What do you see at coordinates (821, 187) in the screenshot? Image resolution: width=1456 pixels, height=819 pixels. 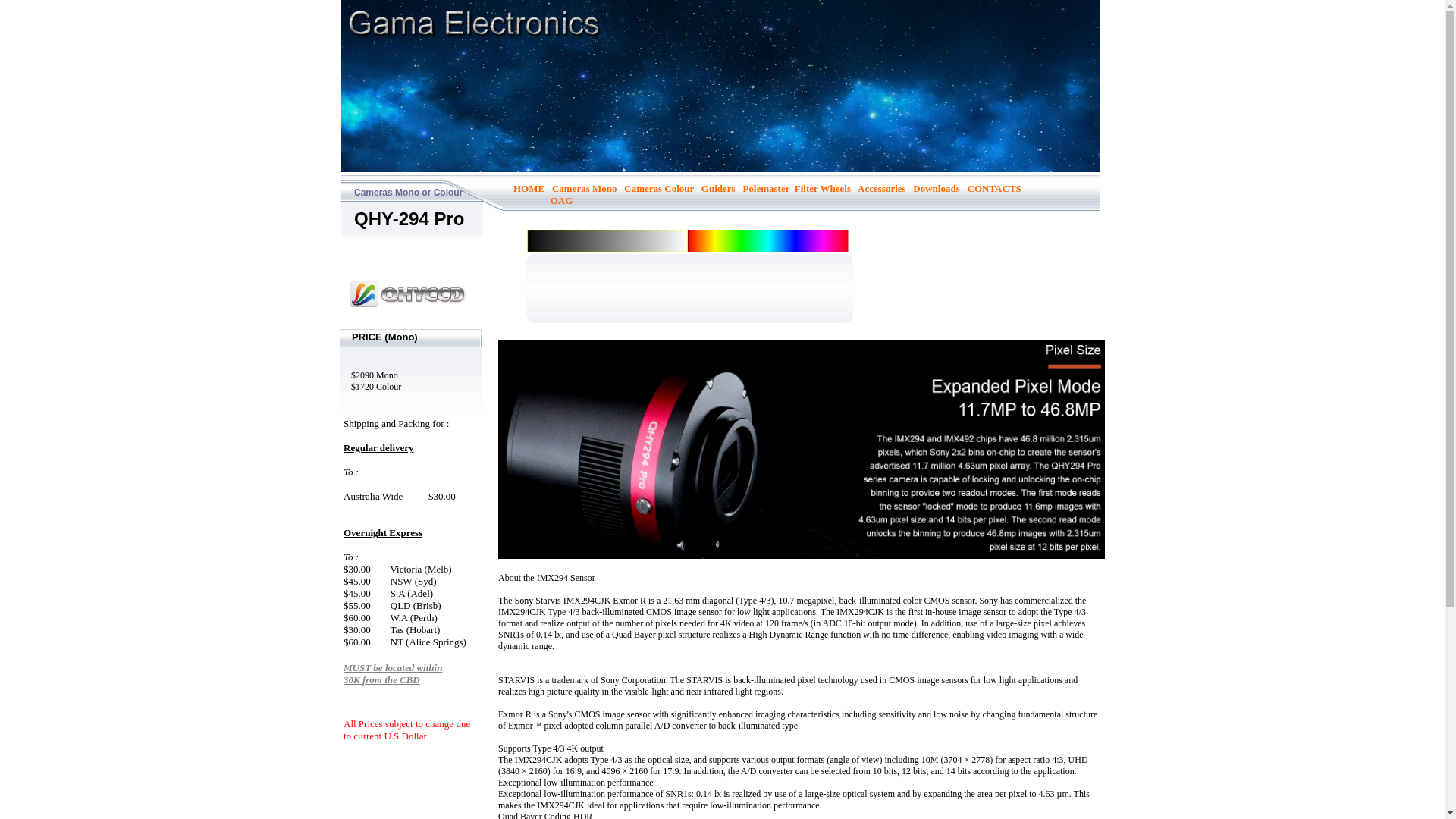 I see `'Filter Wheels'` at bounding box center [821, 187].